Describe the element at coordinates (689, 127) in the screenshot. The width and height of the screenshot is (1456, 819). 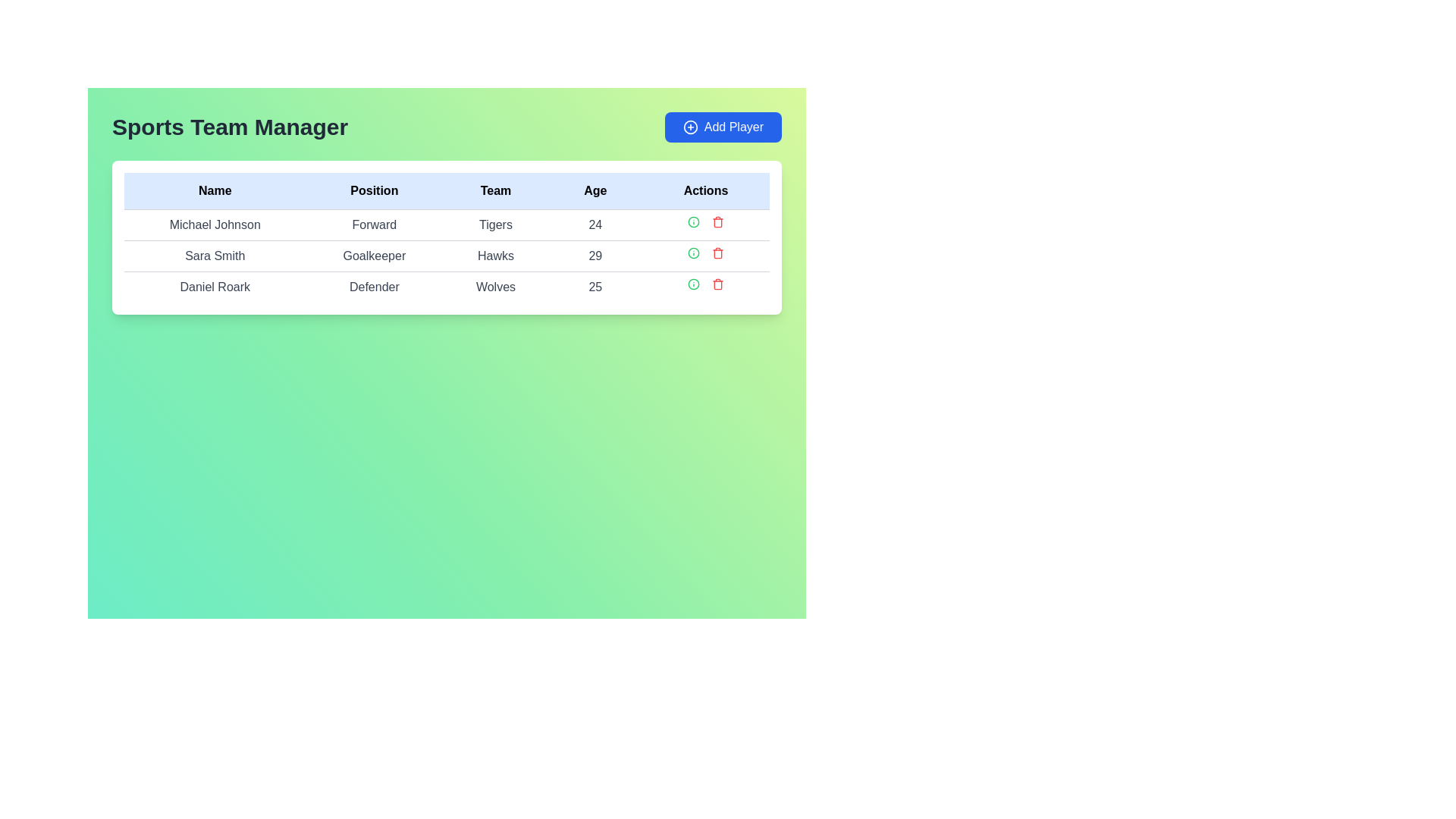
I see `the icon located to the left of the 'Add Player' text on the button at the top-right portion of the interface` at that location.